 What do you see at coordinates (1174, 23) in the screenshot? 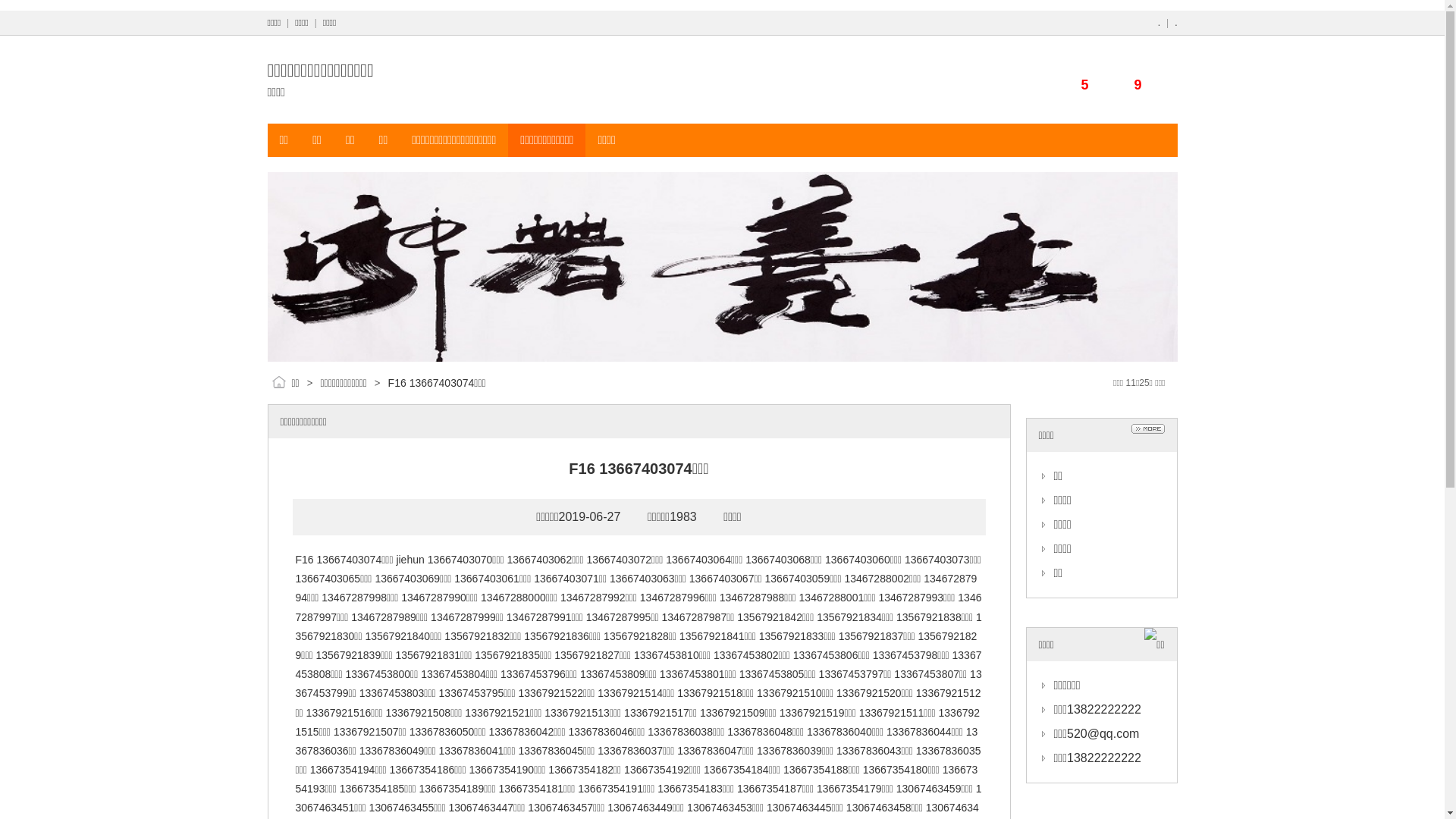
I see `'.'` at bounding box center [1174, 23].